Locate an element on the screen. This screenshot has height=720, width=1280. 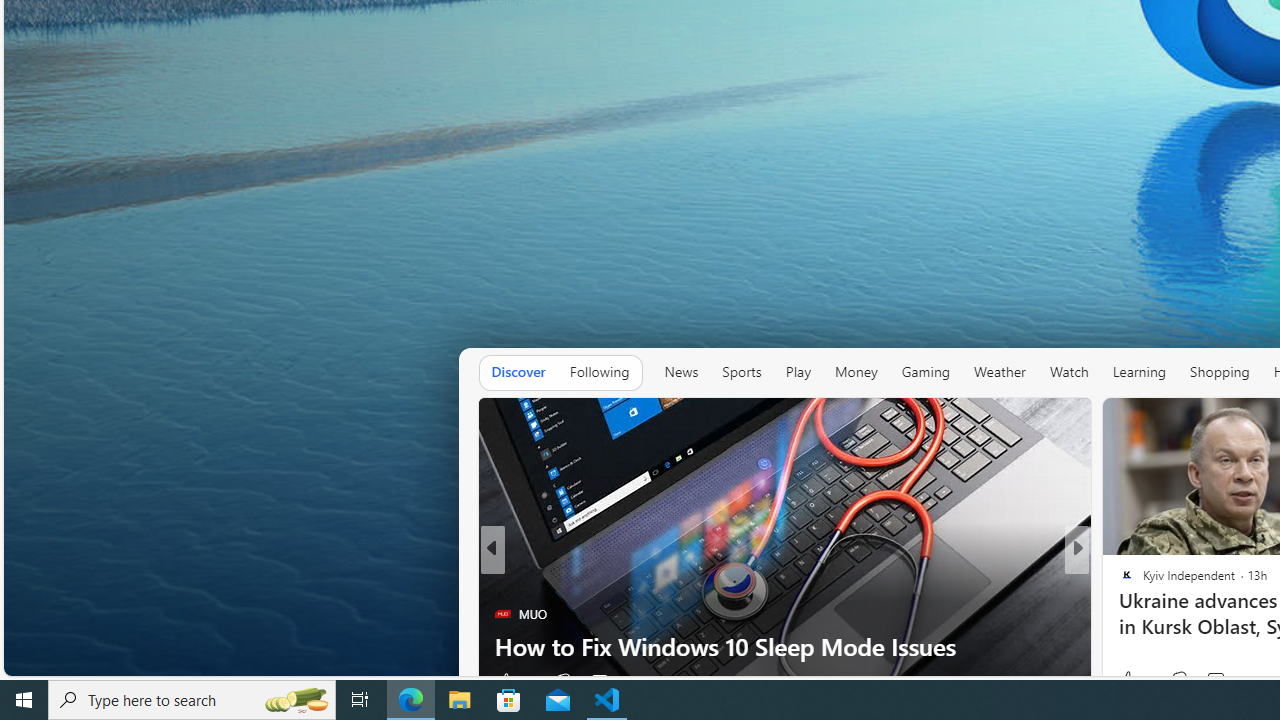
'View comments 382 Comment' is located at coordinates (1214, 680).